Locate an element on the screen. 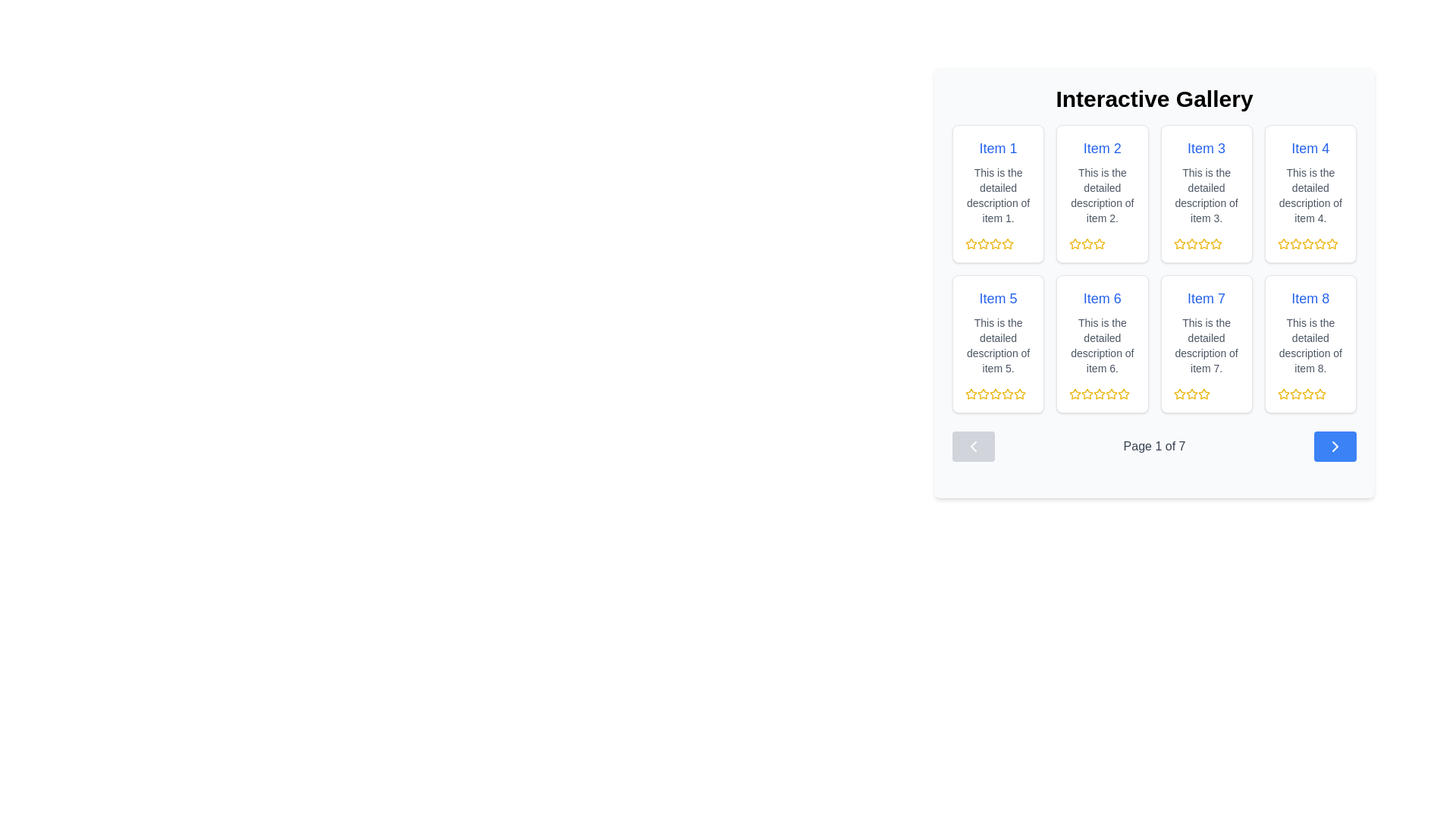  the third star icon in the rating system under the card titled 'Item 2' is located at coordinates (1102, 243).